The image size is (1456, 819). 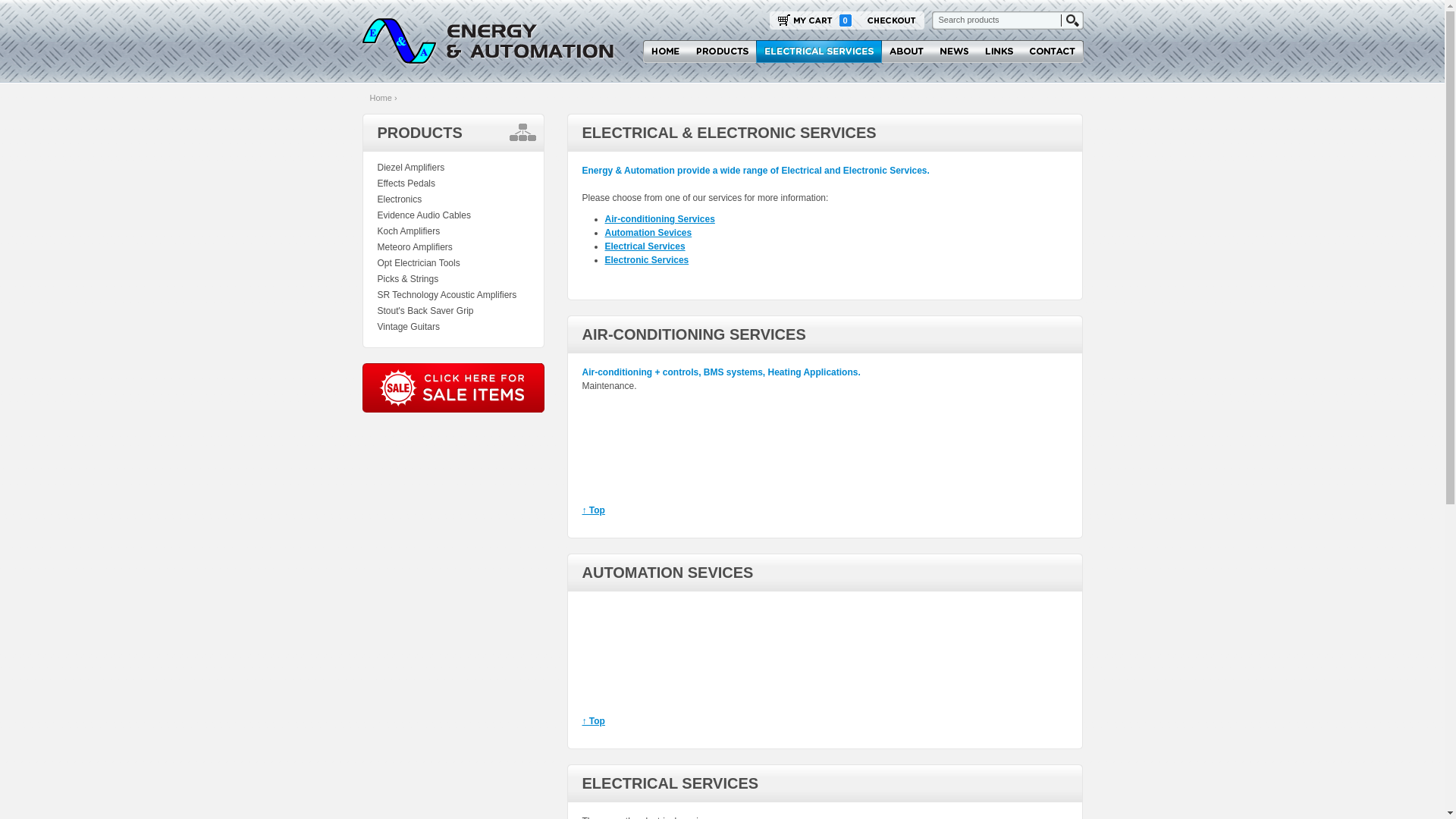 I want to click on 'Effects Pedals', so click(x=406, y=183).